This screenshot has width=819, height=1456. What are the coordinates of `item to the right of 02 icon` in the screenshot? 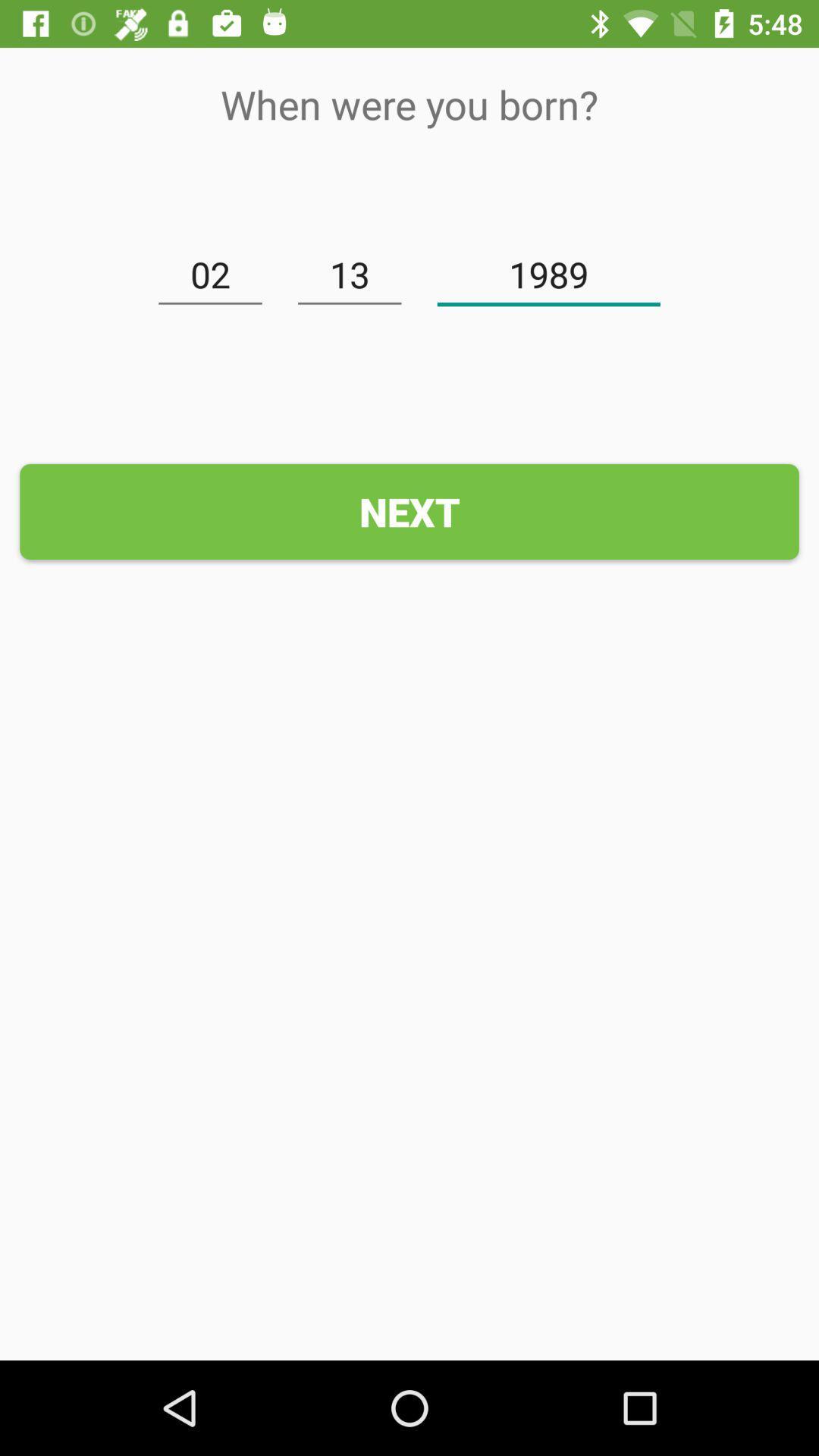 It's located at (350, 275).